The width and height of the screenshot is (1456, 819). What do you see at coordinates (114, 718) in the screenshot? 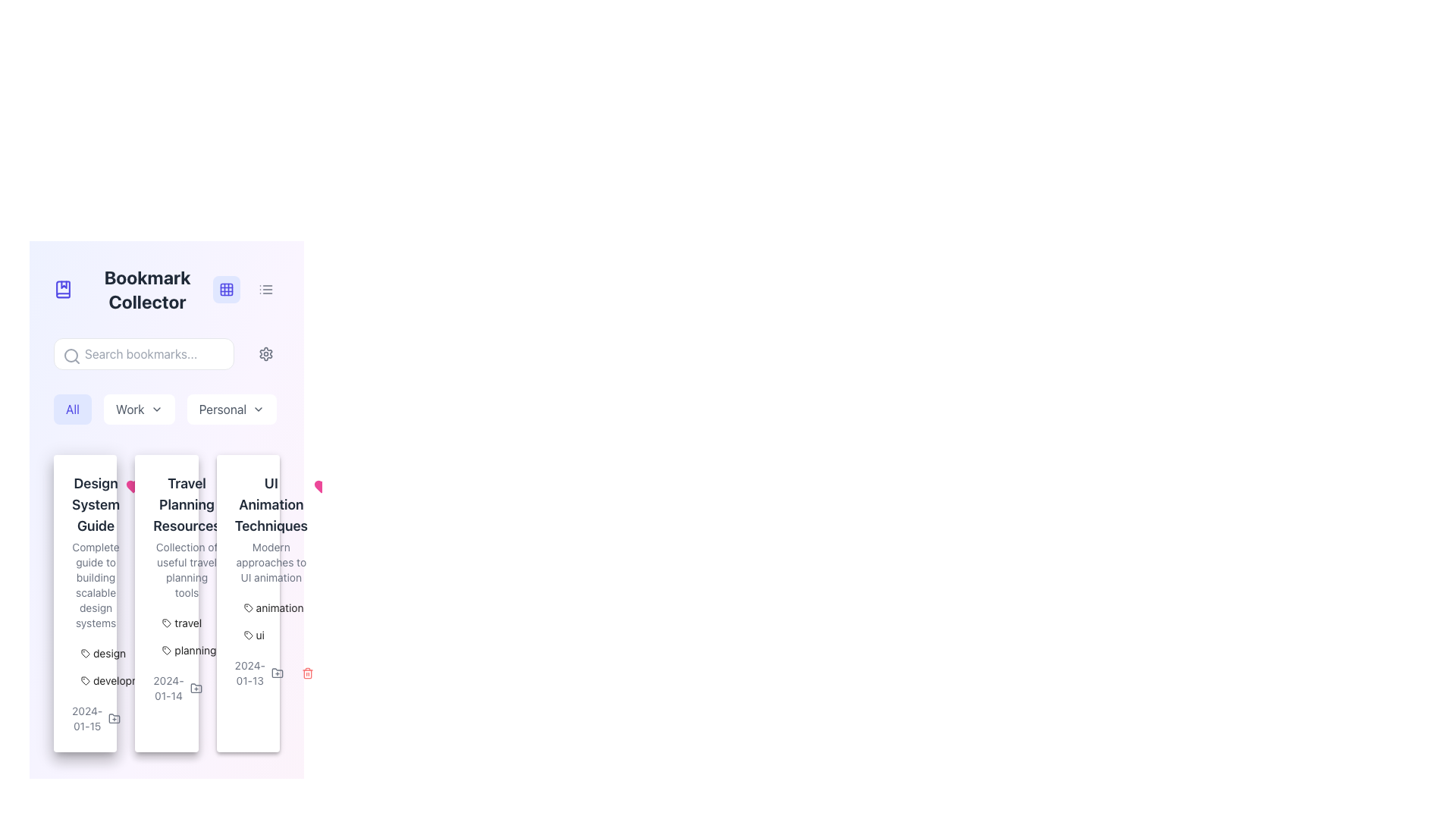
I see `the icon button styled as a small folder with a plus sign` at bounding box center [114, 718].